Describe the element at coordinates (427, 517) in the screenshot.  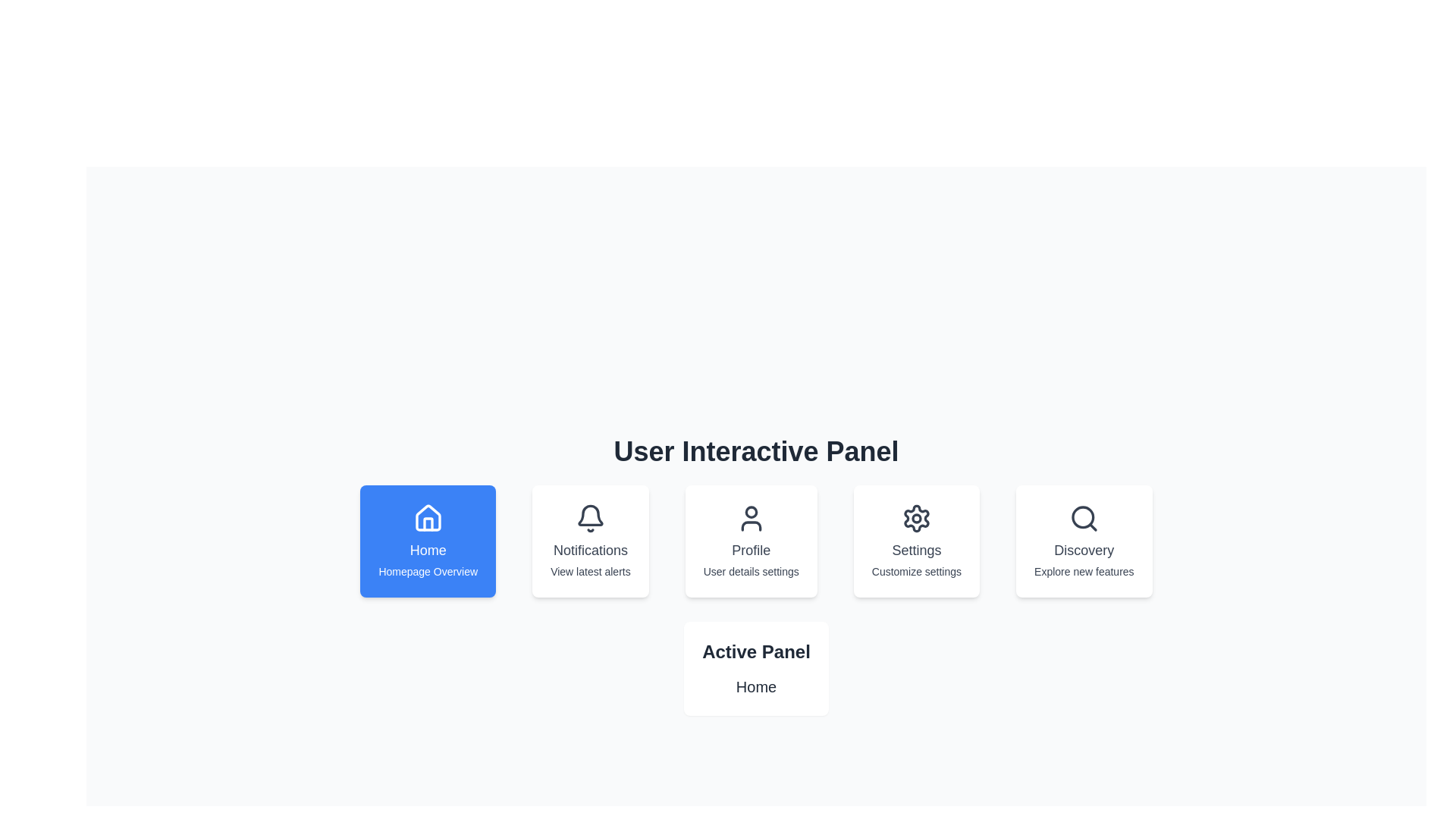
I see `the 'Home' icon (SVG) located centrally within the 'Home' card in the User Interactive Panel` at that location.